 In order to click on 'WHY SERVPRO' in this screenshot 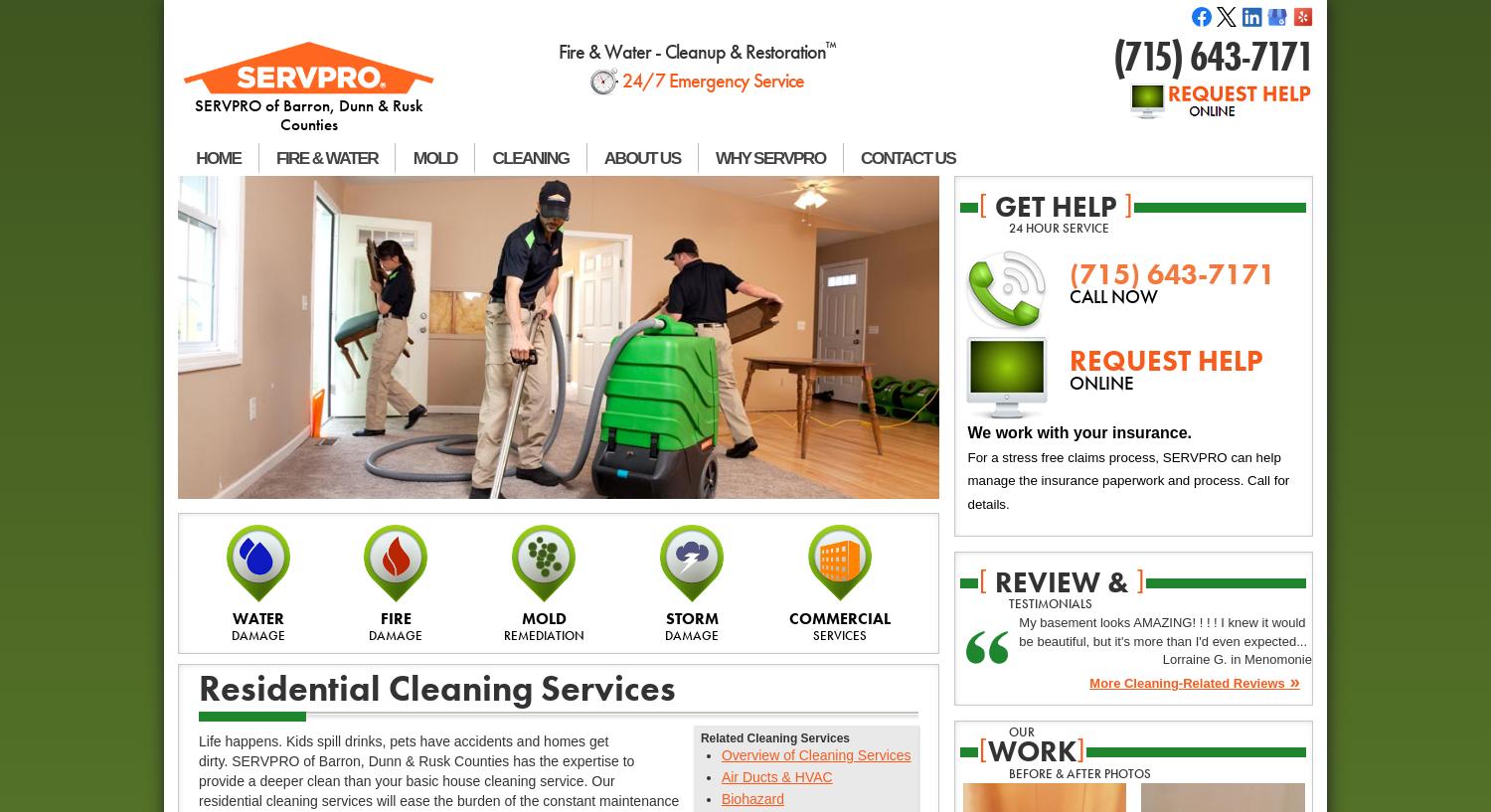, I will do `click(770, 157)`.